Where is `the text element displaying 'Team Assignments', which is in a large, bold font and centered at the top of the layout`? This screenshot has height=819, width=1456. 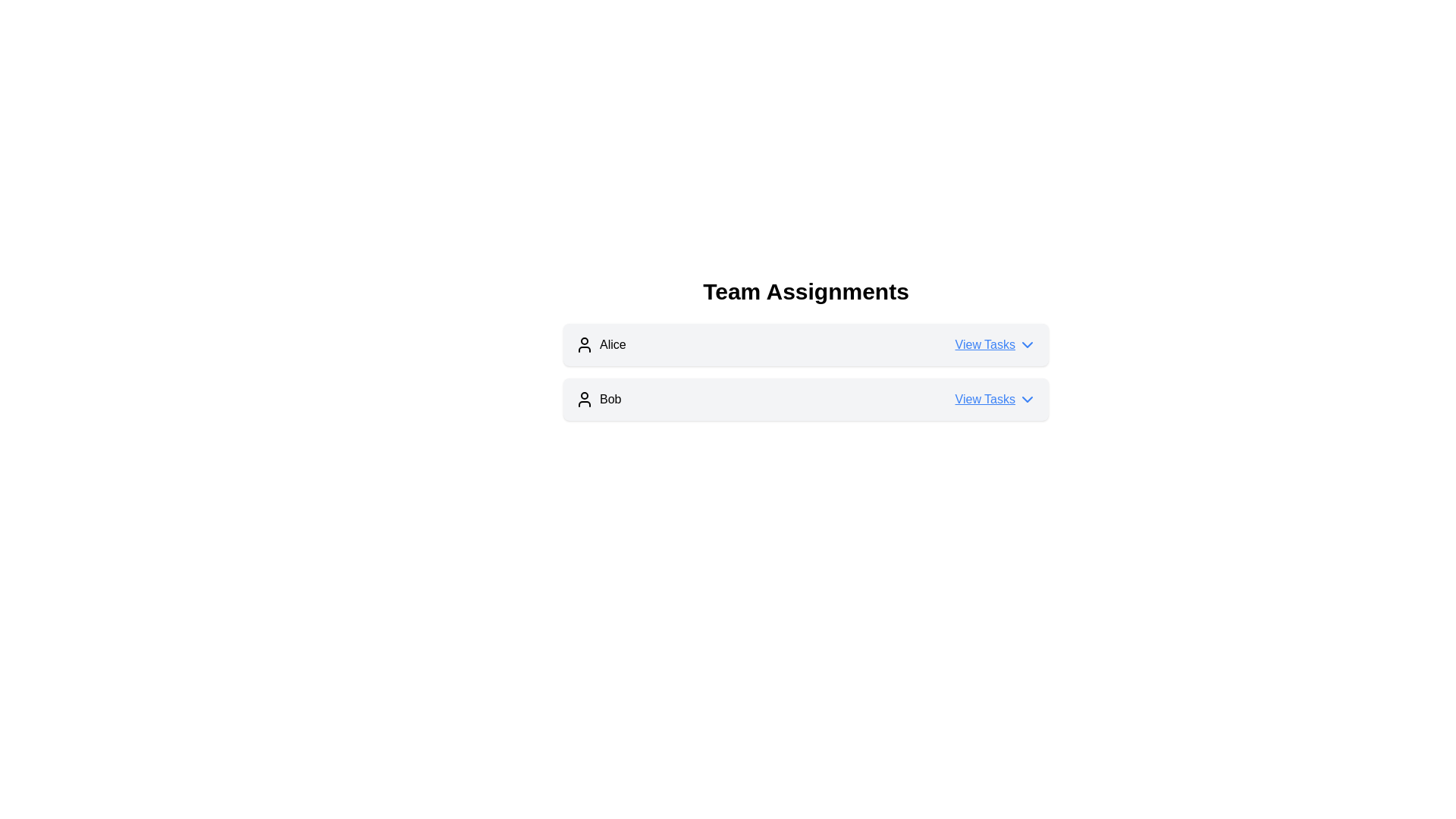
the text element displaying 'Team Assignments', which is in a large, bold font and centered at the top of the layout is located at coordinates (805, 292).